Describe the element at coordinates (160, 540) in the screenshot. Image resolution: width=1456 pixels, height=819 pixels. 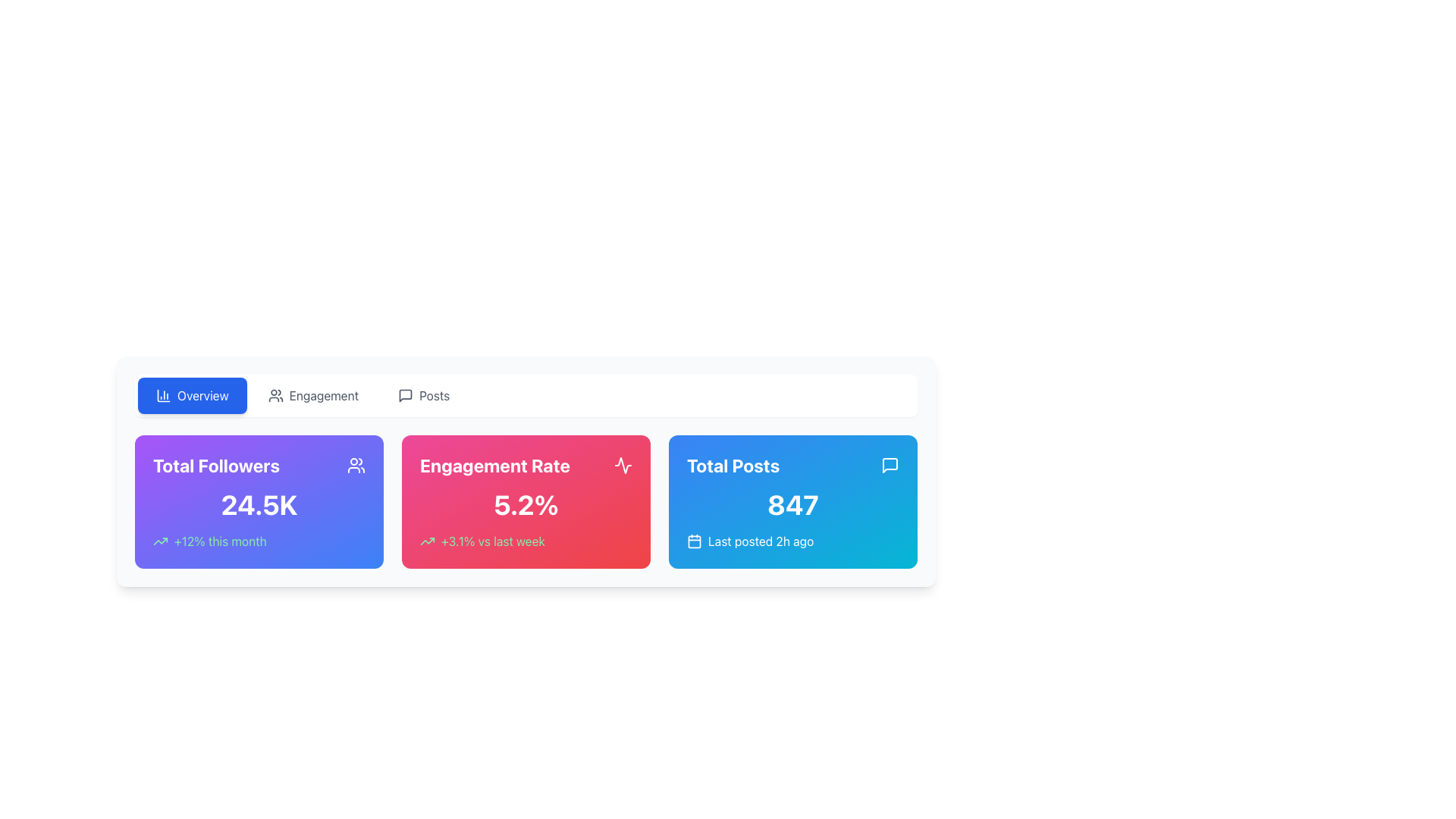
I see `the positive trend icon located in the upper-right corner of the second card from the left in the second row of the dashboard` at that location.